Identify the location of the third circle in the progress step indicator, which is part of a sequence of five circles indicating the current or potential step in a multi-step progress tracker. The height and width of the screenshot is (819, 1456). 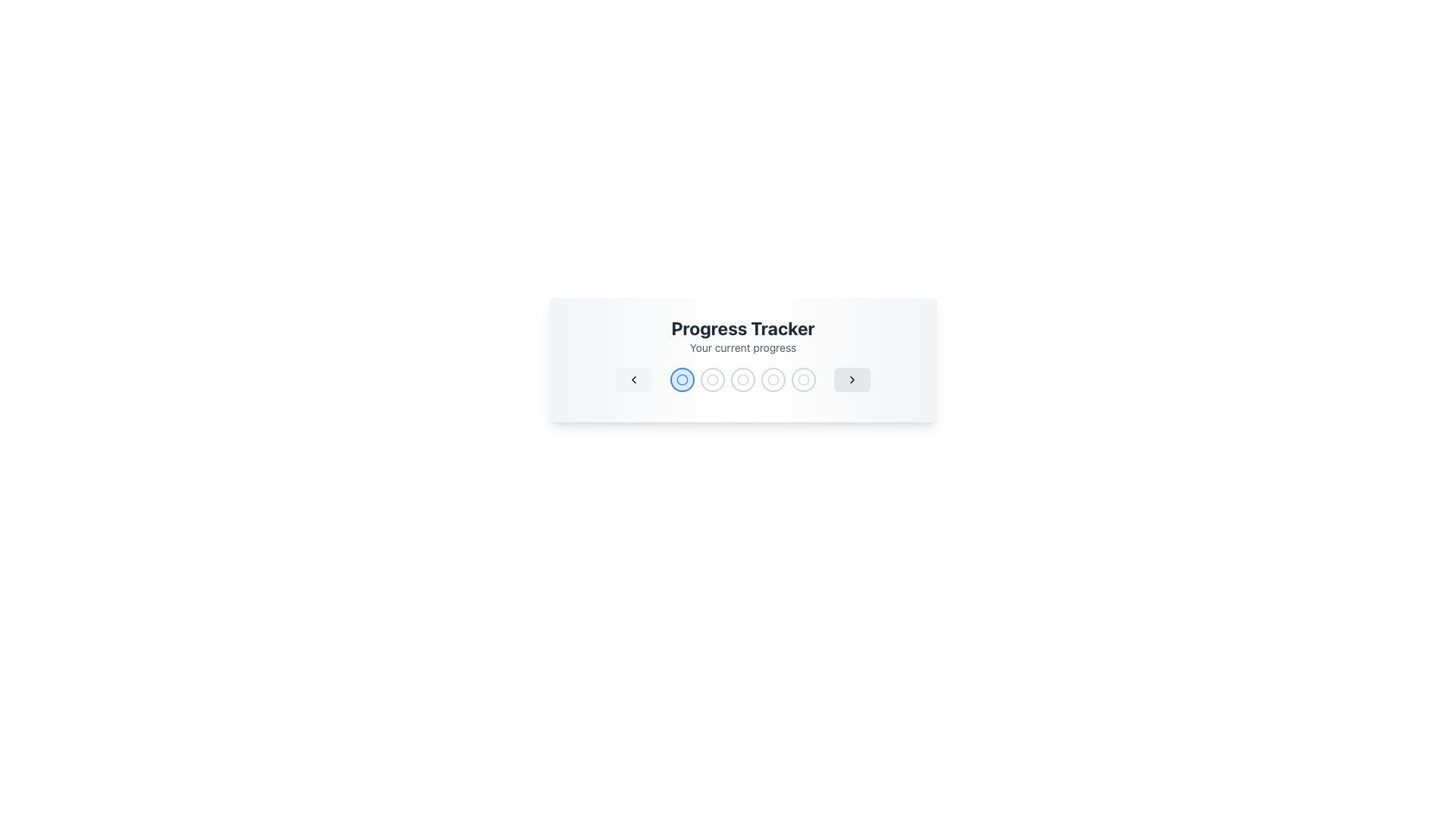
(712, 379).